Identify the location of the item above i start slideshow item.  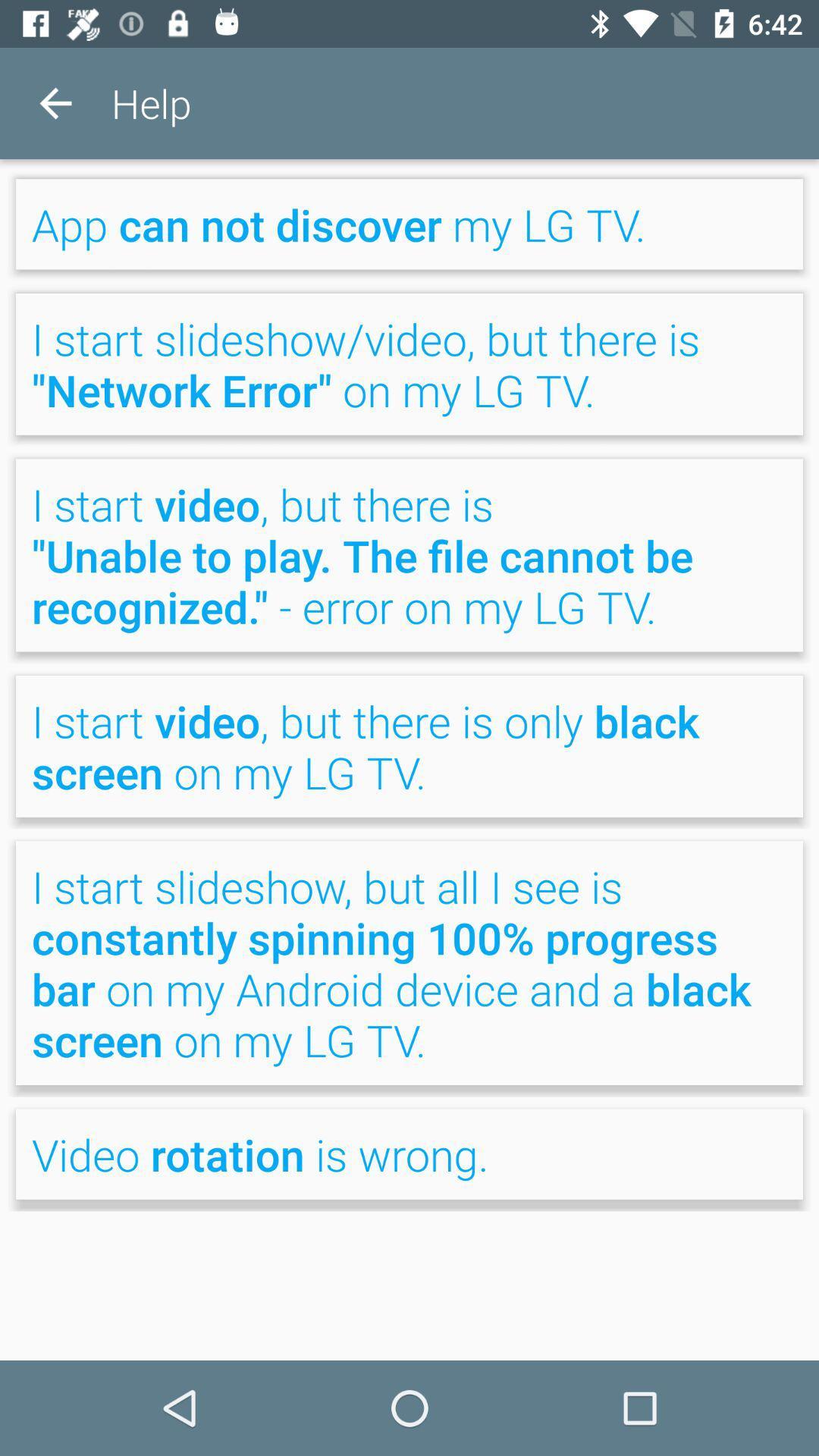
(409, 223).